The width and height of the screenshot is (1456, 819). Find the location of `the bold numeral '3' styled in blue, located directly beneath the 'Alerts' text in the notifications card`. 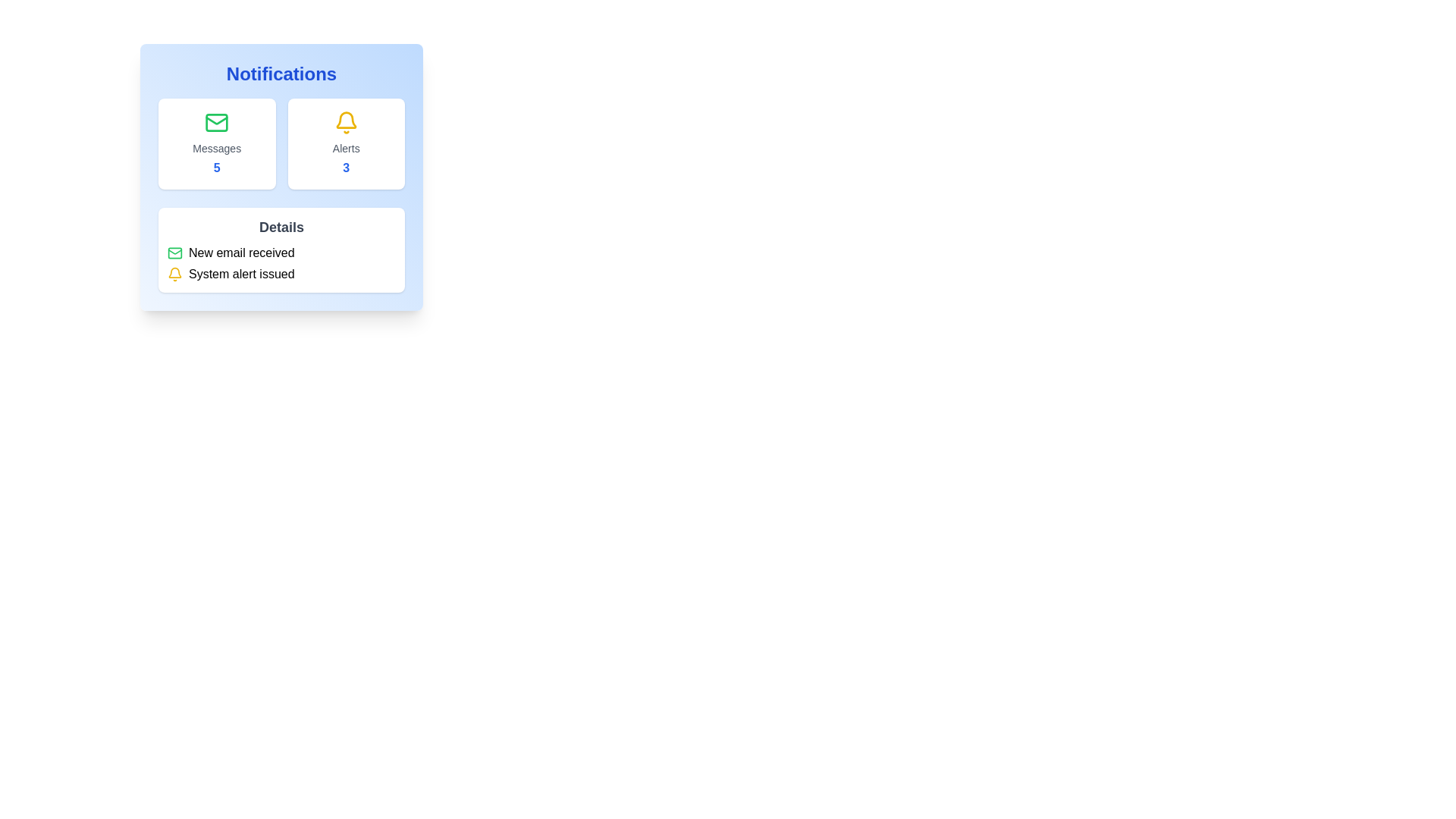

the bold numeral '3' styled in blue, located directly beneath the 'Alerts' text in the notifications card is located at coordinates (345, 168).